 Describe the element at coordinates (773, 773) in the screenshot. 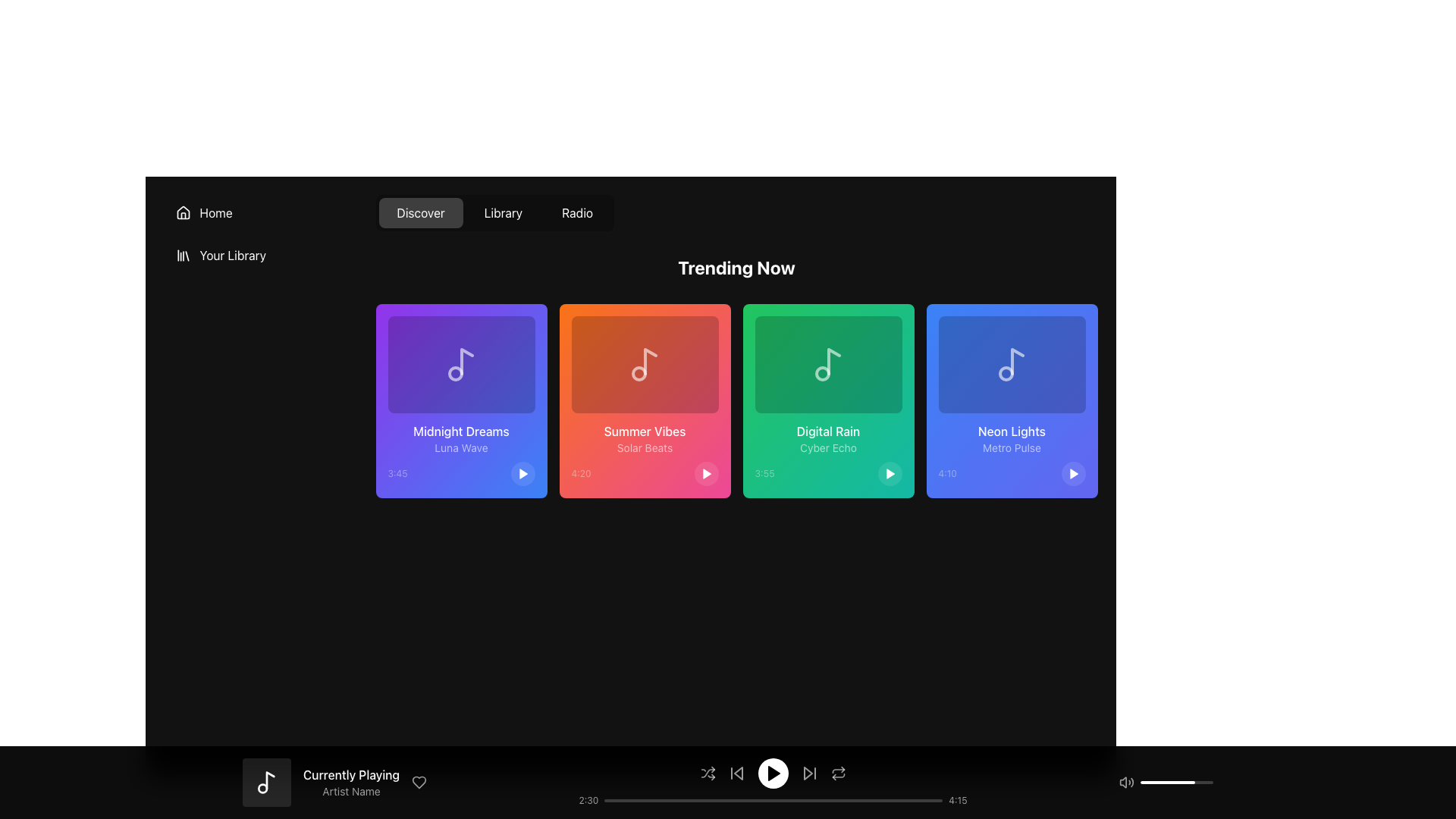

I see `the small, black triangular play button icon inside the circular button component located in the center of the media control section` at that location.